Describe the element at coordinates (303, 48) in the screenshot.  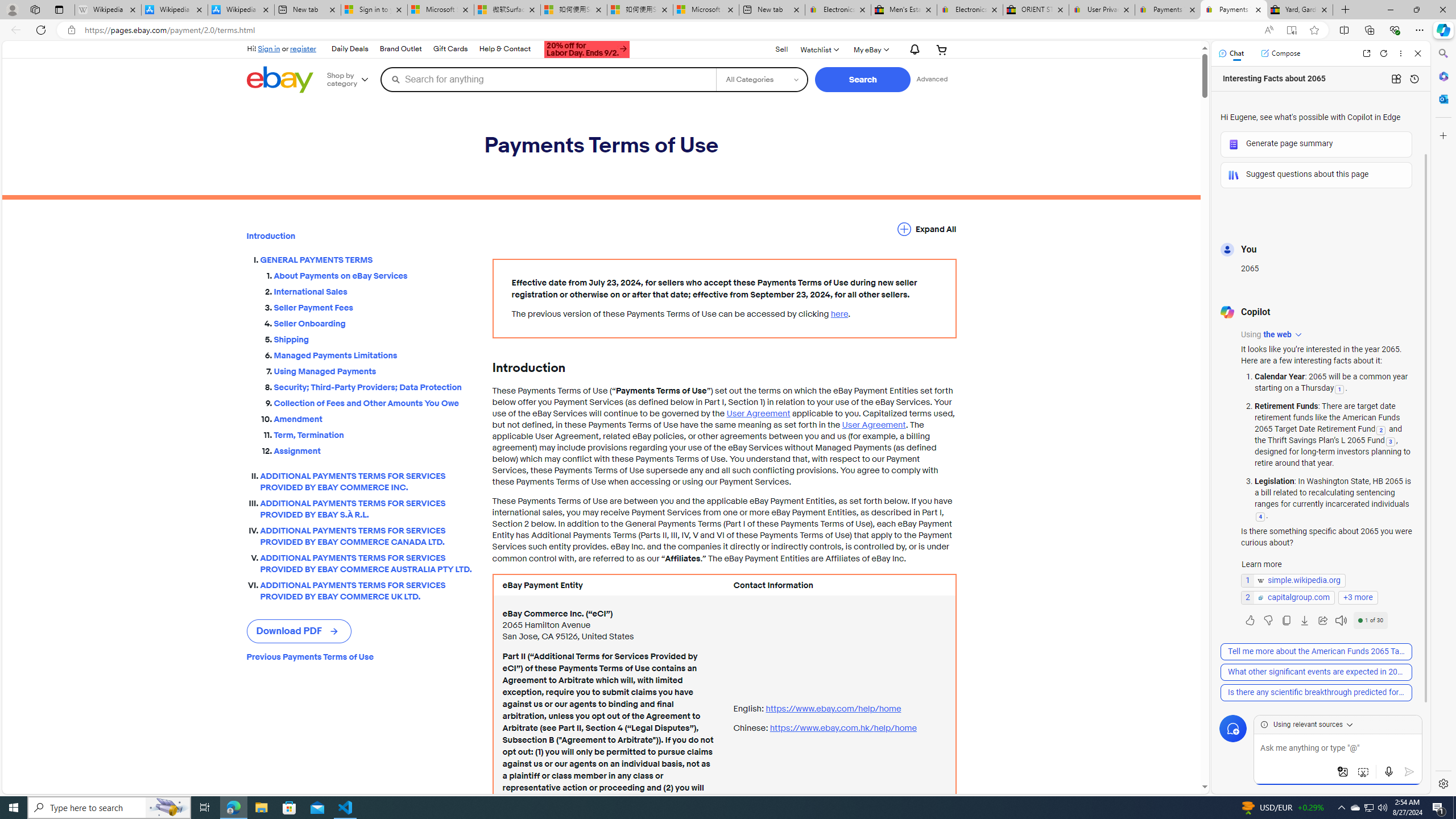
I see `'register'` at that location.